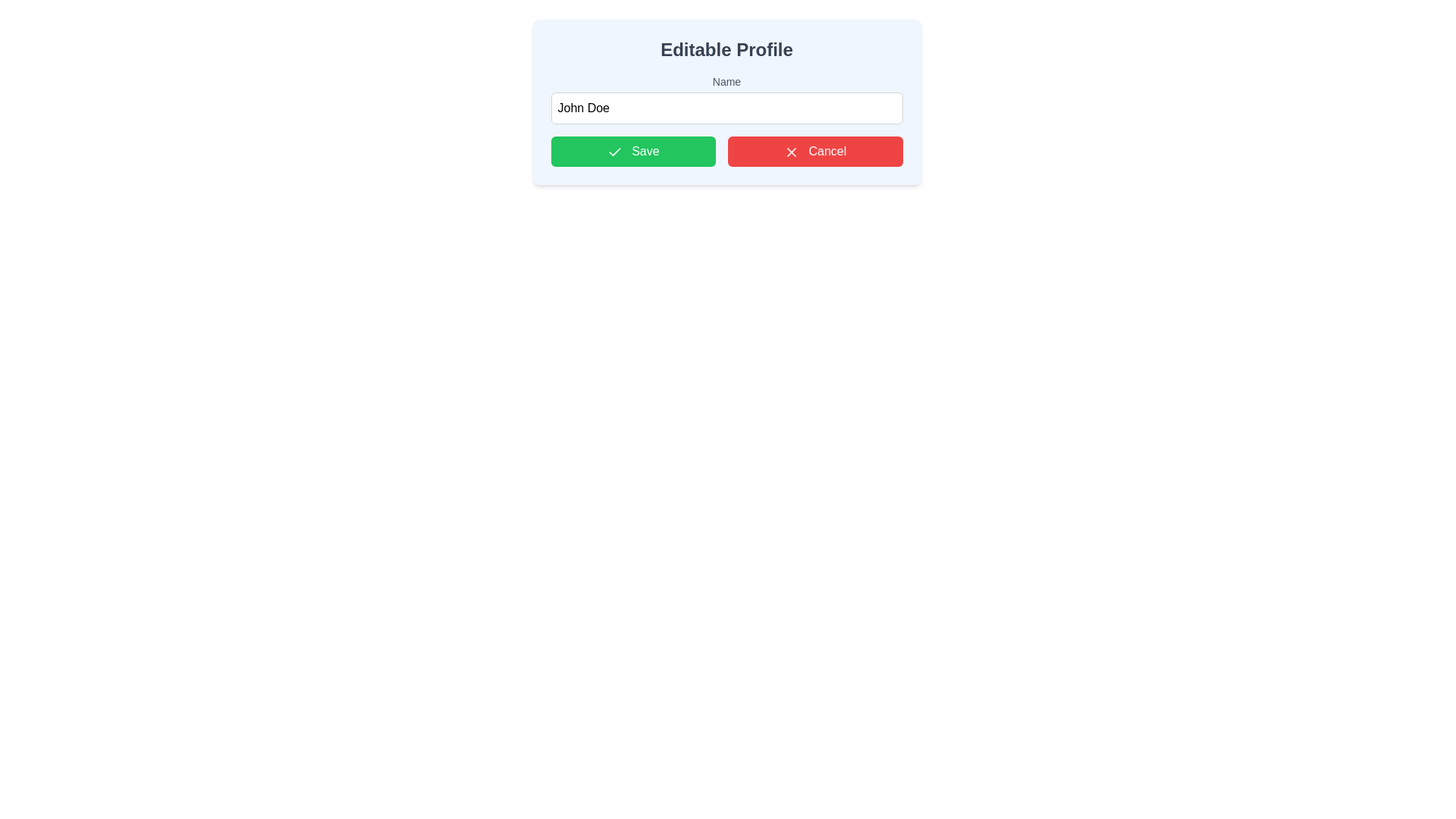 The image size is (1456, 819). What do you see at coordinates (791, 152) in the screenshot?
I see `the 'Cancel' button which contains the cross/cancel icon to discard changes or close the form in the 'Editable Profile'` at bounding box center [791, 152].